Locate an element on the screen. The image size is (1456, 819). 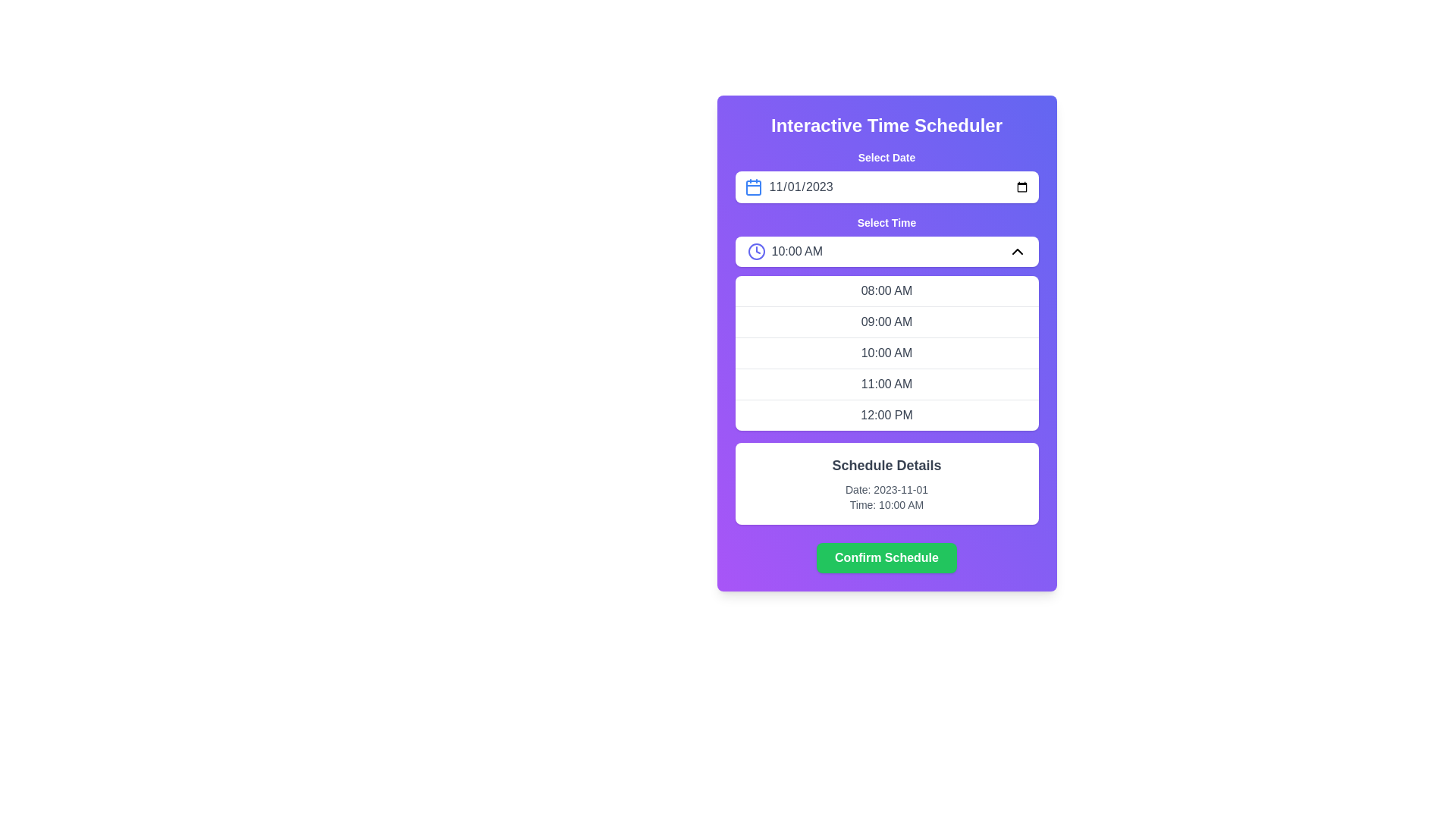
the static text element titled 'Interactive Time Scheduler' is located at coordinates (886, 124).